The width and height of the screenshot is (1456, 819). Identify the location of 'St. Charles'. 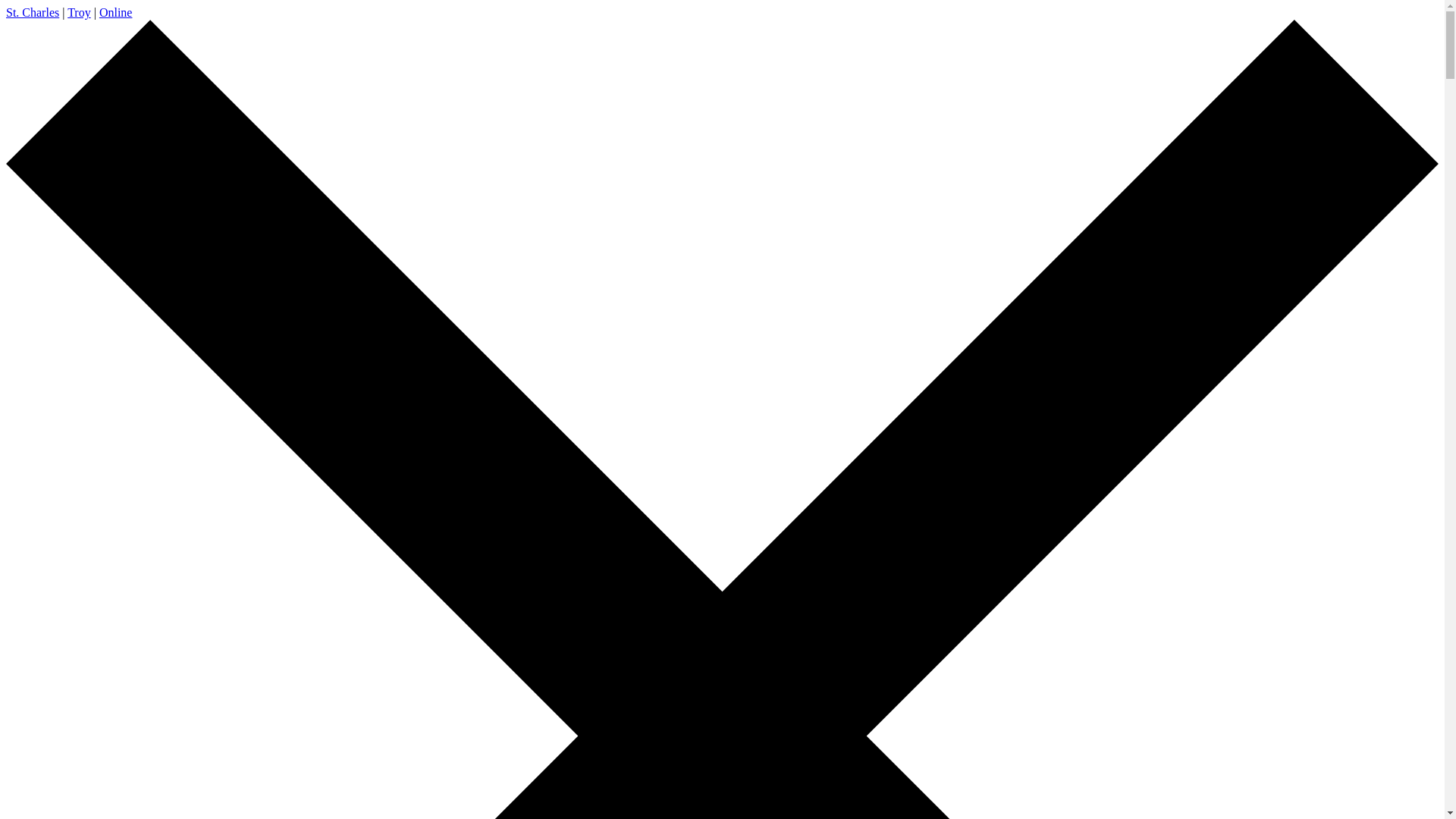
(6, 12).